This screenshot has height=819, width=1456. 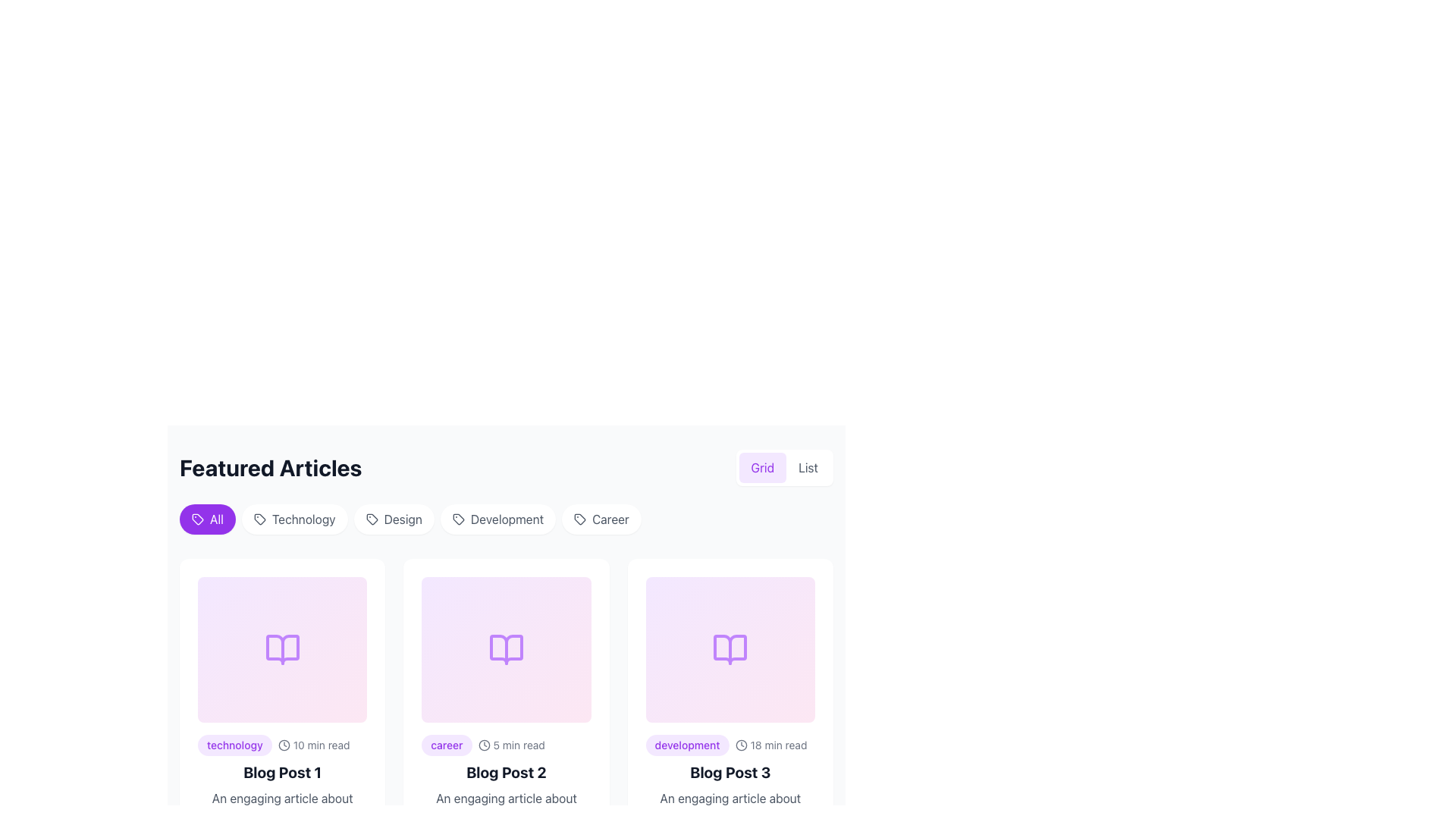 What do you see at coordinates (579, 519) in the screenshot?
I see `the tag-shaped icon next to the 'Career' label in the 'Featured Articles' section of the blog interface` at bounding box center [579, 519].